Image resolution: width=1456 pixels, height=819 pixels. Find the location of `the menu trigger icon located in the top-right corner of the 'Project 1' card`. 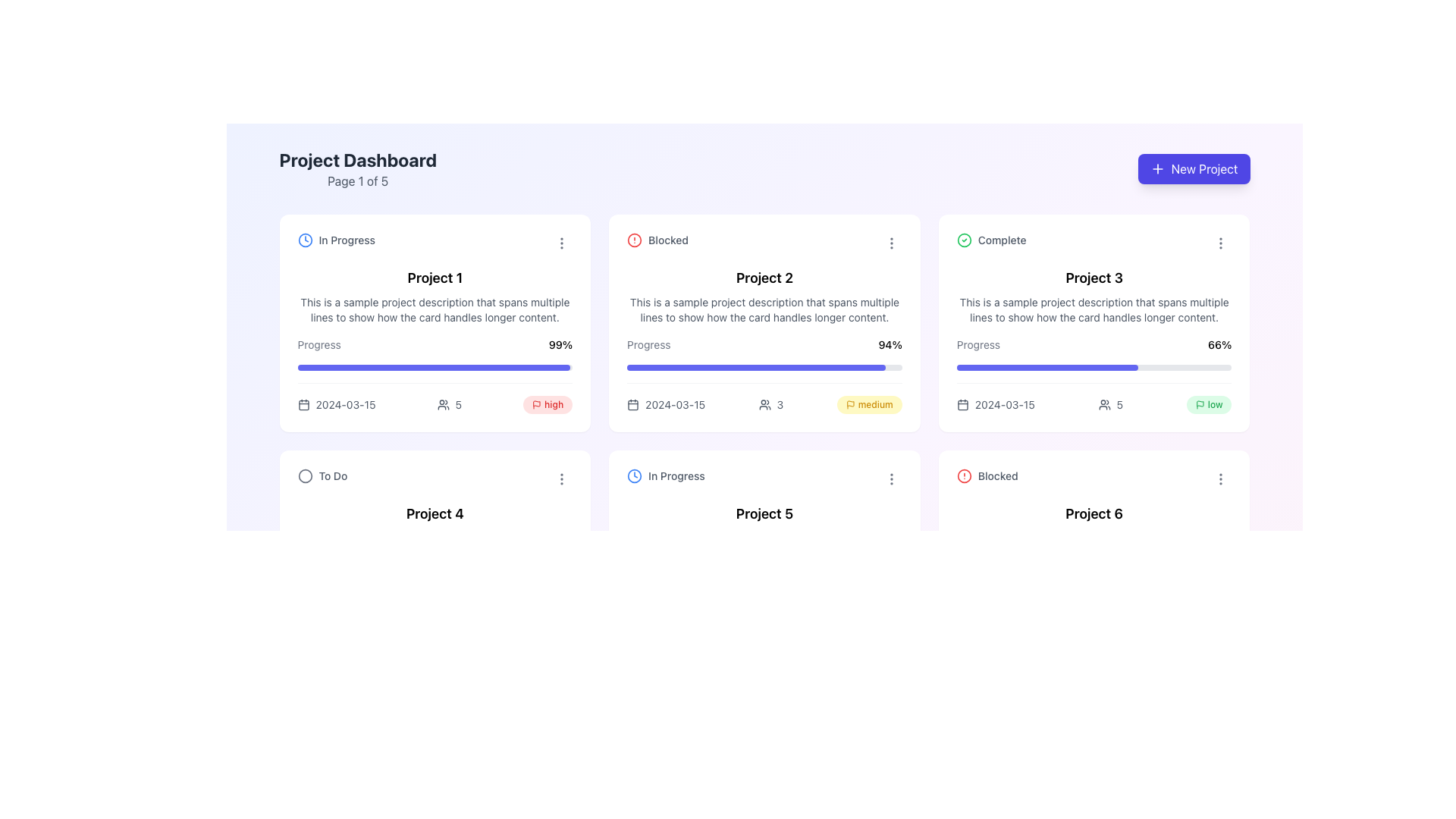

the menu trigger icon located in the top-right corner of the 'Project 1' card is located at coordinates (561, 242).